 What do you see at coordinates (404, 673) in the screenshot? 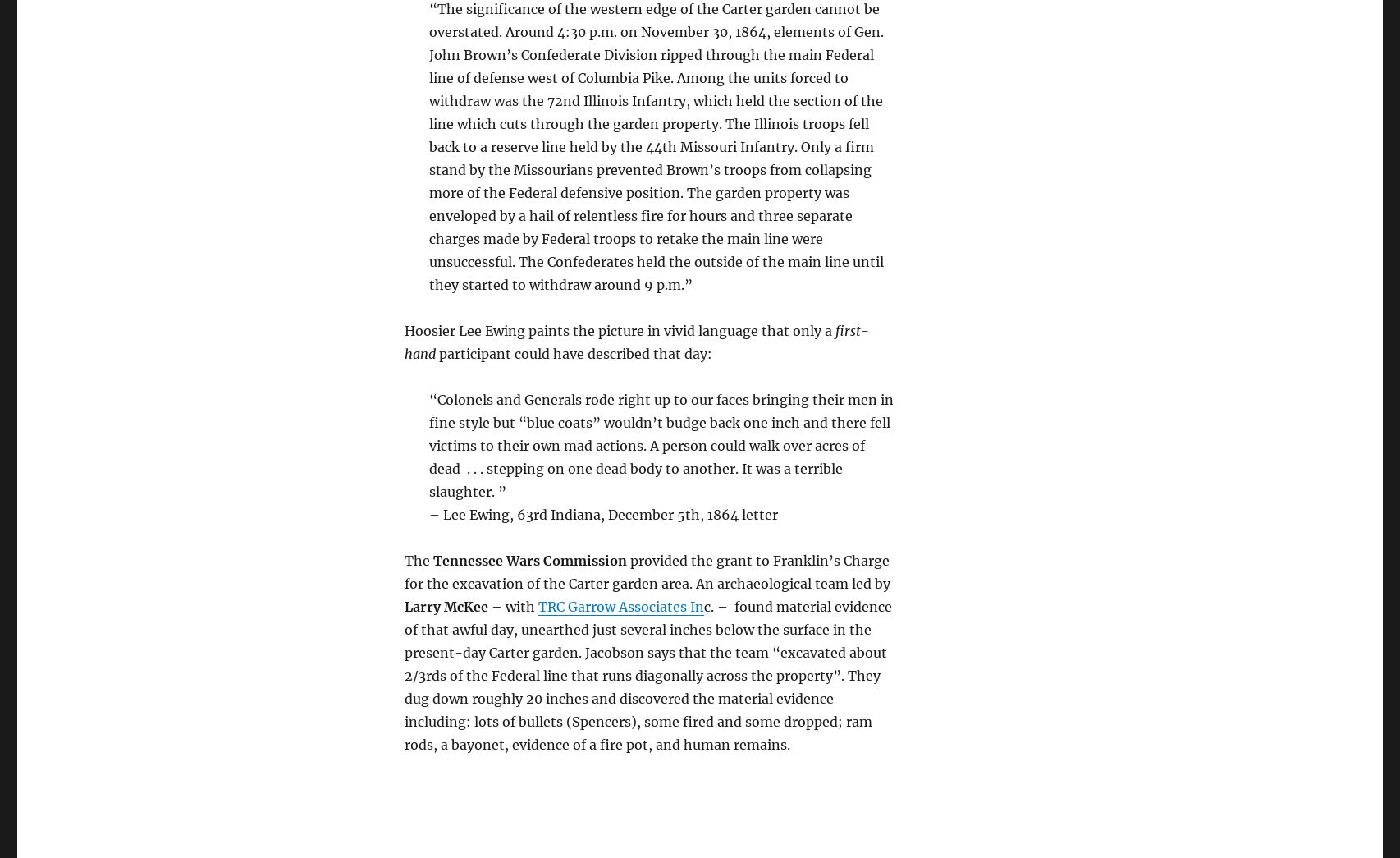
I see `'c. –  found material evidence of that awful day, unearthed just several inches below the surface in the present-day Carter garden. Jacobson says that the team “excavated about 2/3rds of the Federal line that runs diagonally across the property”. They dug down roughly 20 inches and discovered the material evidence including: lots of bullets (Spencers), some fired and some dropped; ram rods, a bayonet, evidence of a fire pot, and human remains.'` at bounding box center [404, 673].